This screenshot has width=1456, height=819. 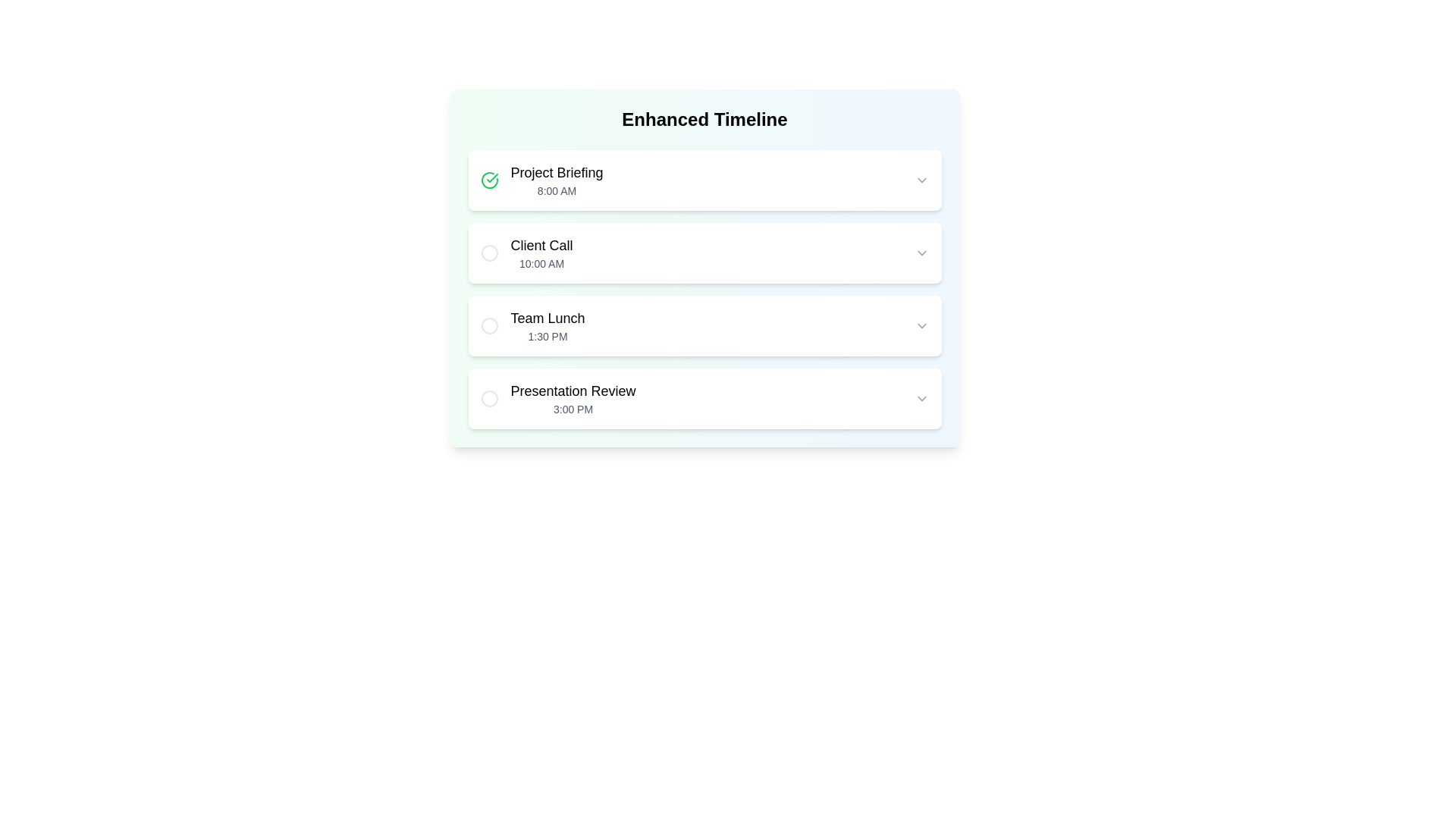 What do you see at coordinates (546, 325) in the screenshot?
I see `the 'Team Lunch' text display block, which includes the title and scheduled time, to possibly view more details about the event` at bounding box center [546, 325].